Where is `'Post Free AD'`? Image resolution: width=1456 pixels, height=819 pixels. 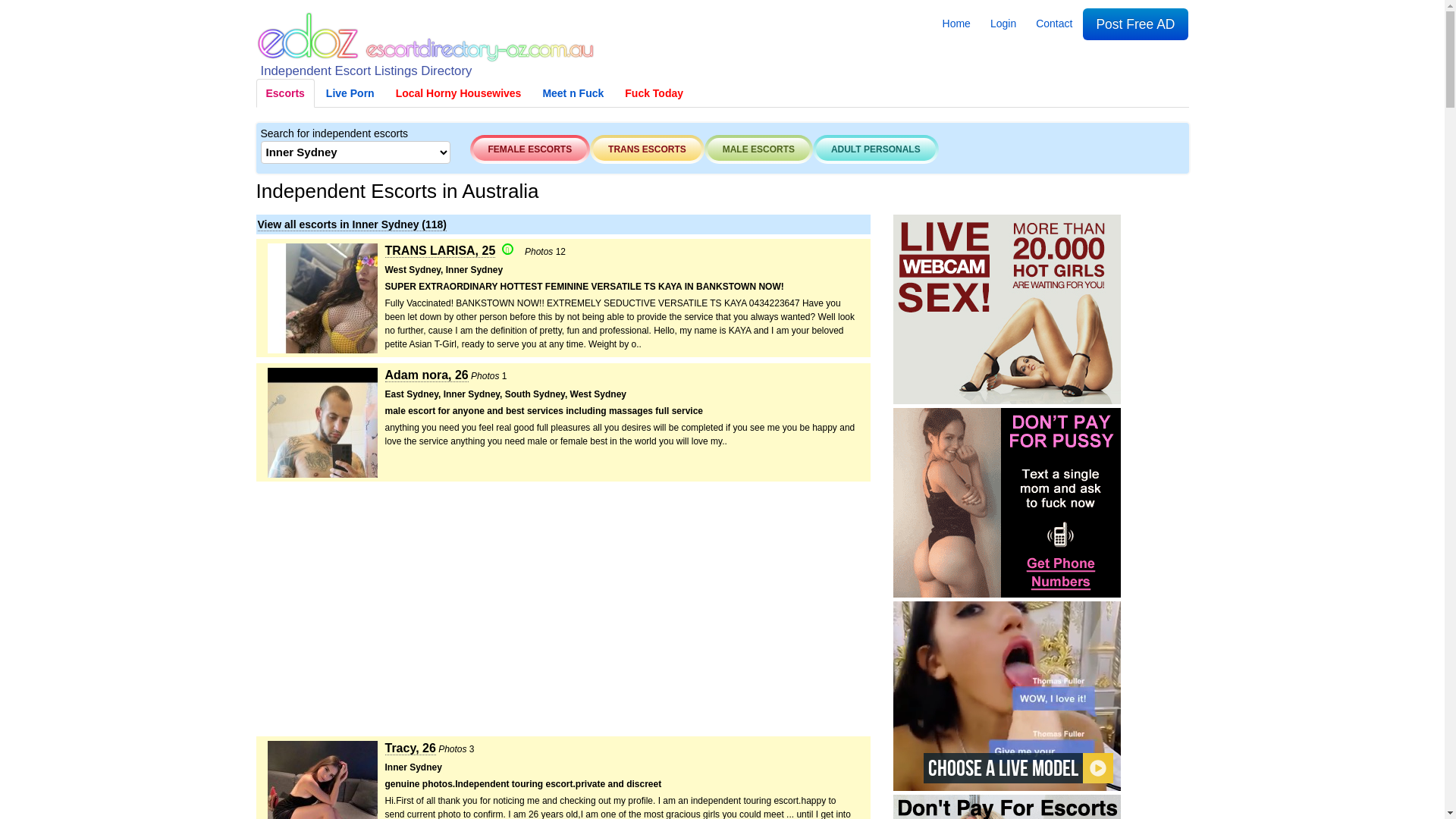
'Post Free AD' is located at coordinates (1135, 24).